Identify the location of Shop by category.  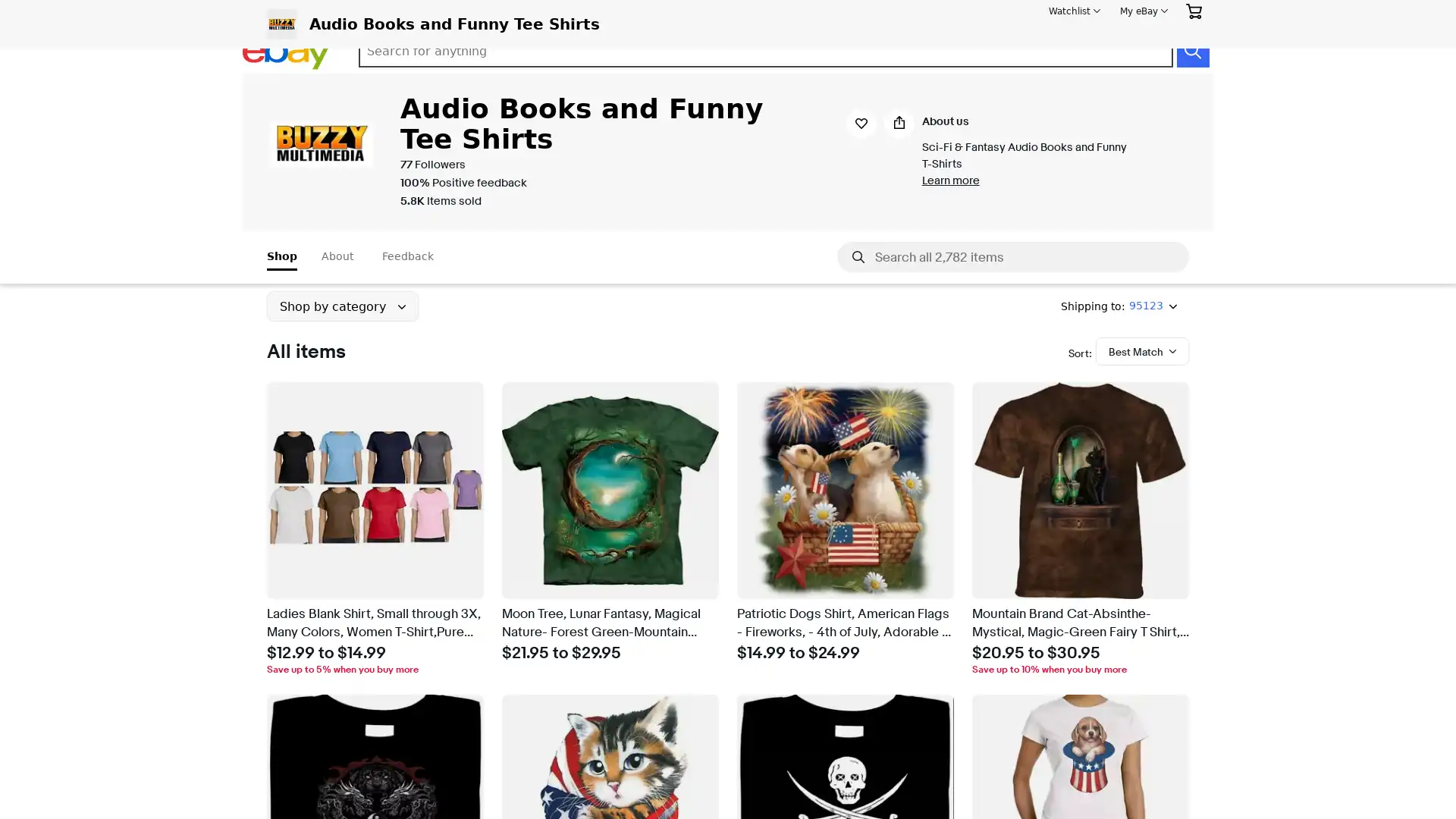
(341, 306).